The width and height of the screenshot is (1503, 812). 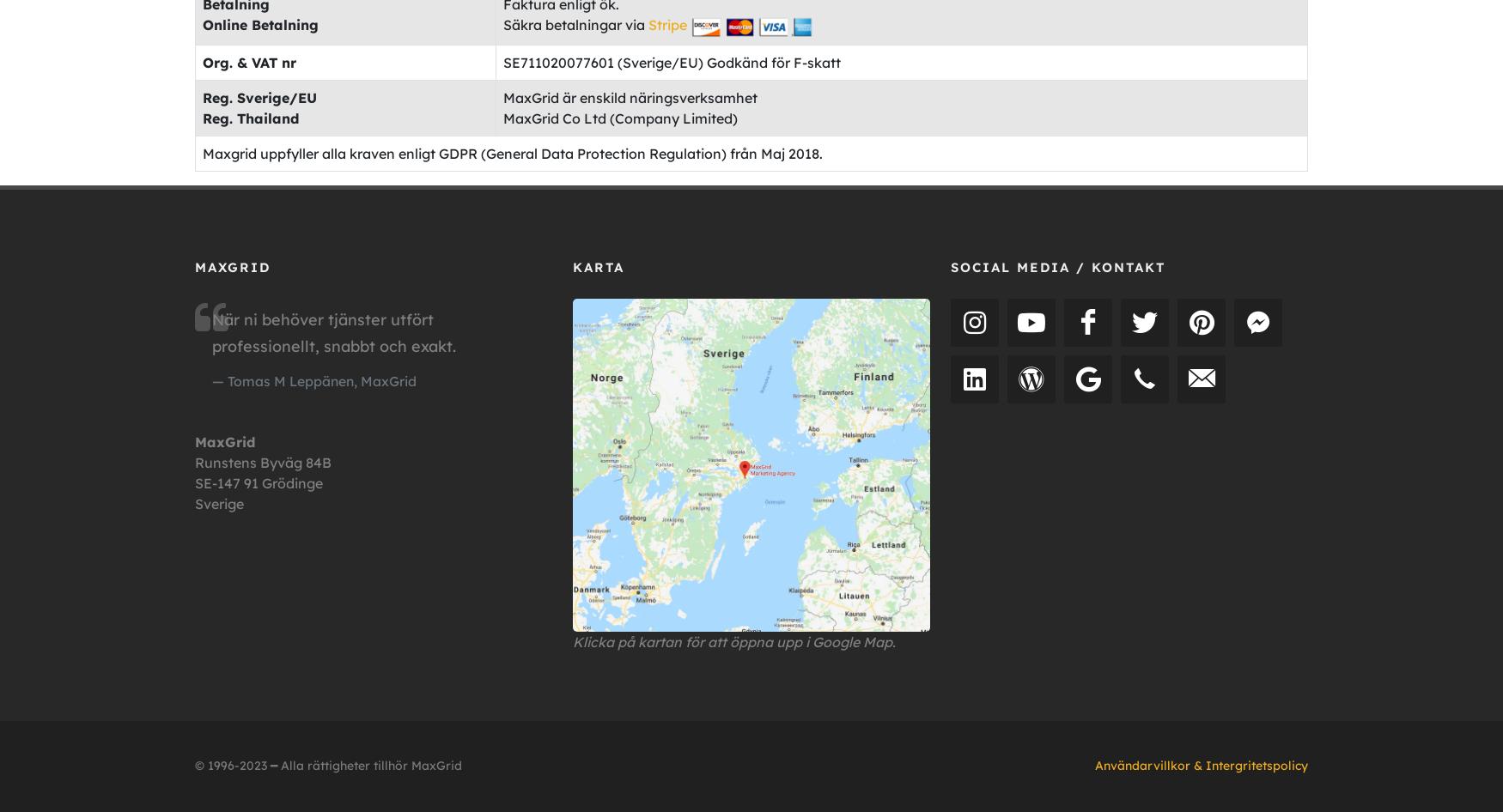 What do you see at coordinates (599, 265) in the screenshot?
I see `'Karta'` at bounding box center [599, 265].